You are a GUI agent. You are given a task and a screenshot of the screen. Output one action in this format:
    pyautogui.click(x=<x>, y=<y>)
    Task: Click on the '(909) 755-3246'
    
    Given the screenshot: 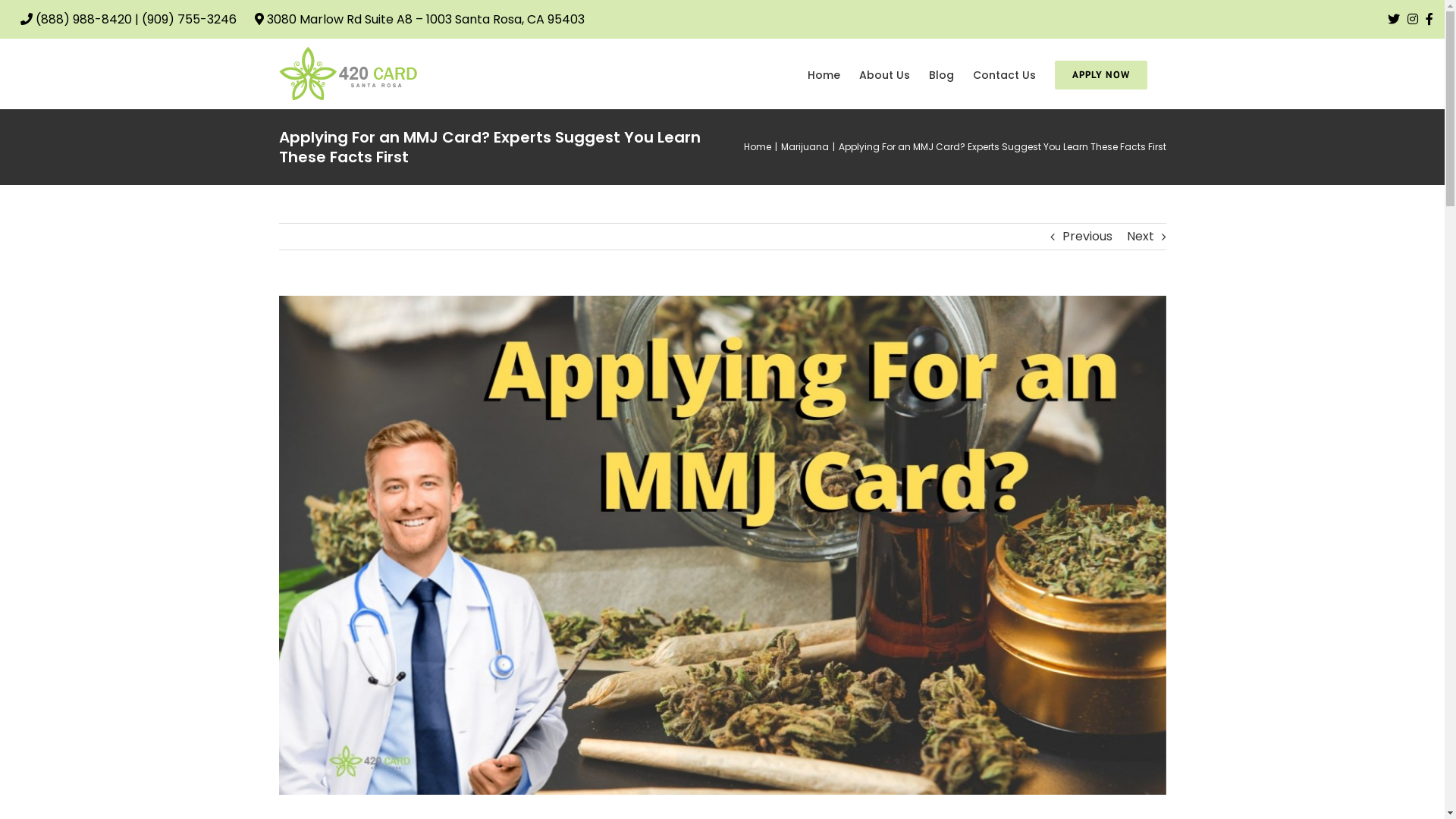 What is the action you would take?
    pyautogui.click(x=188, y=19)
    